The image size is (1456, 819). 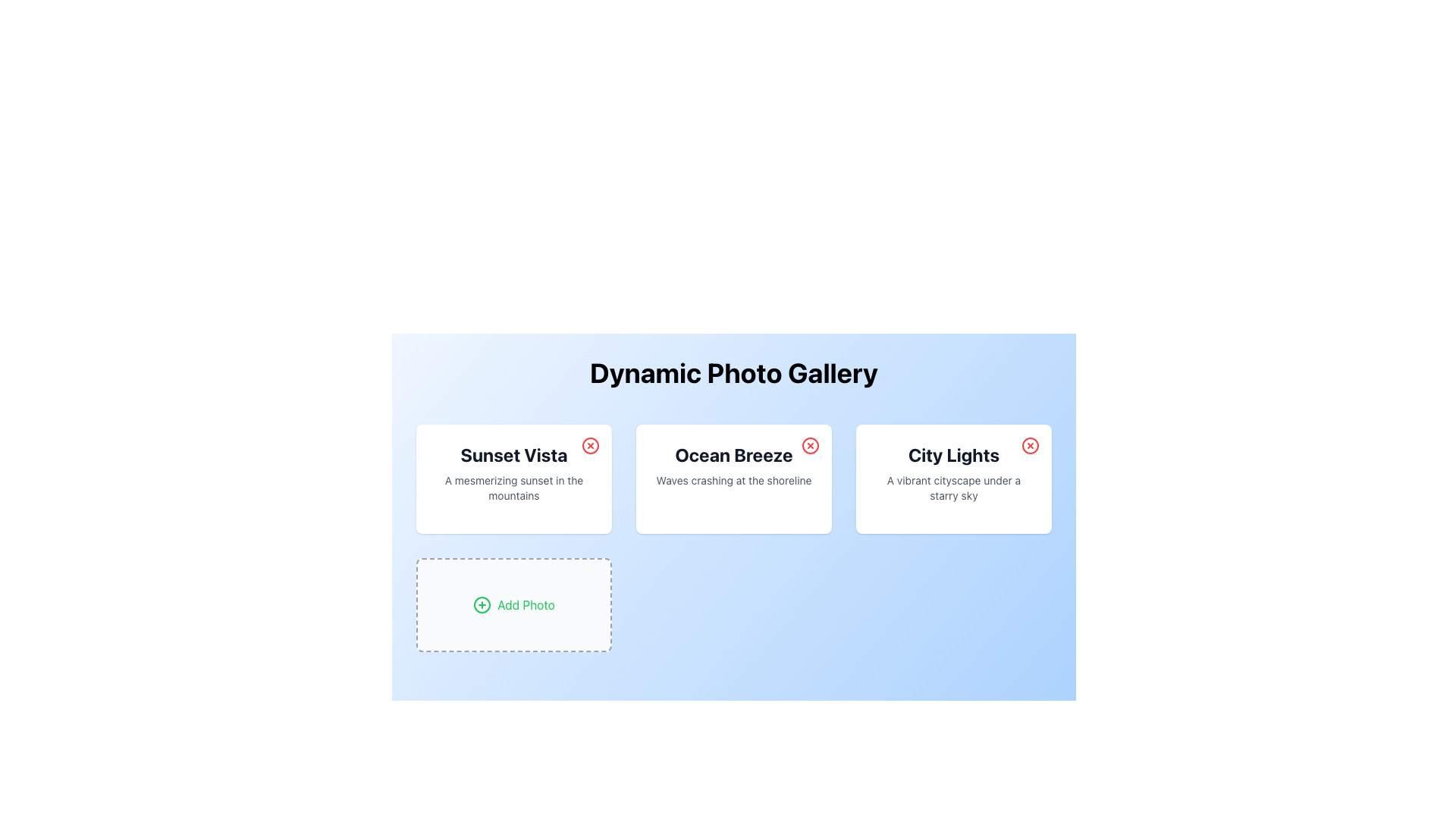 I want to click on the text label or heading that serves as a title for a content card, which is centrally aligned and located in the middle card of a group of three cards, so click(x=734, y=454).